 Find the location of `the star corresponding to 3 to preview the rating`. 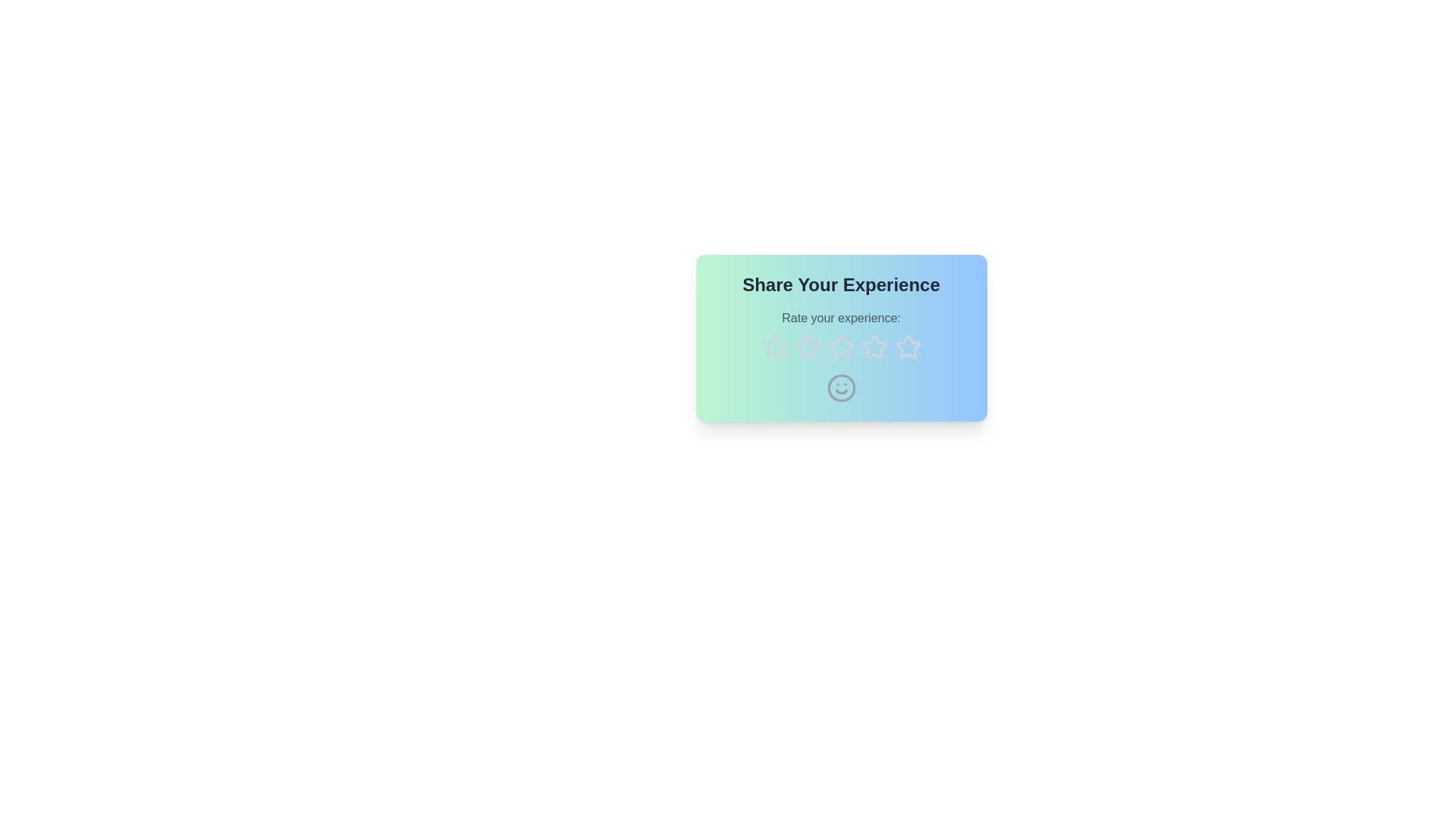

the star corresponding to 3 to preview the rating is located at coordinates (840, 347).